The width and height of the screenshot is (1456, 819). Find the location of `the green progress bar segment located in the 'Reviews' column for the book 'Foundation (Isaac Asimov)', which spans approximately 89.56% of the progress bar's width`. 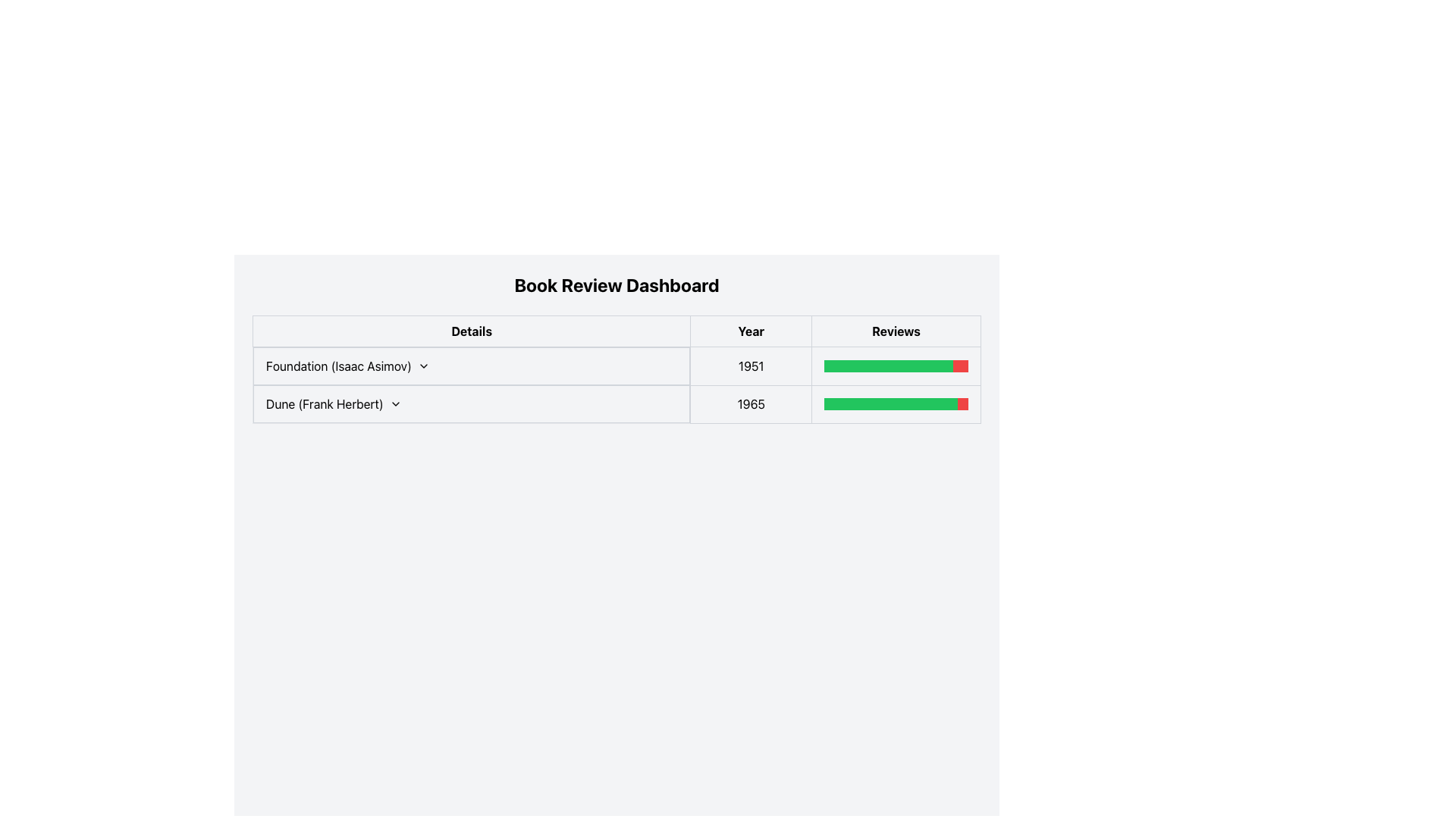

the green progress bar segment located in the 'Reviews' column for the book 'Foundation (Isaac Asimov)', which spans approximately 89.56% of the progress bar's width is located at coordinates (889, 366).